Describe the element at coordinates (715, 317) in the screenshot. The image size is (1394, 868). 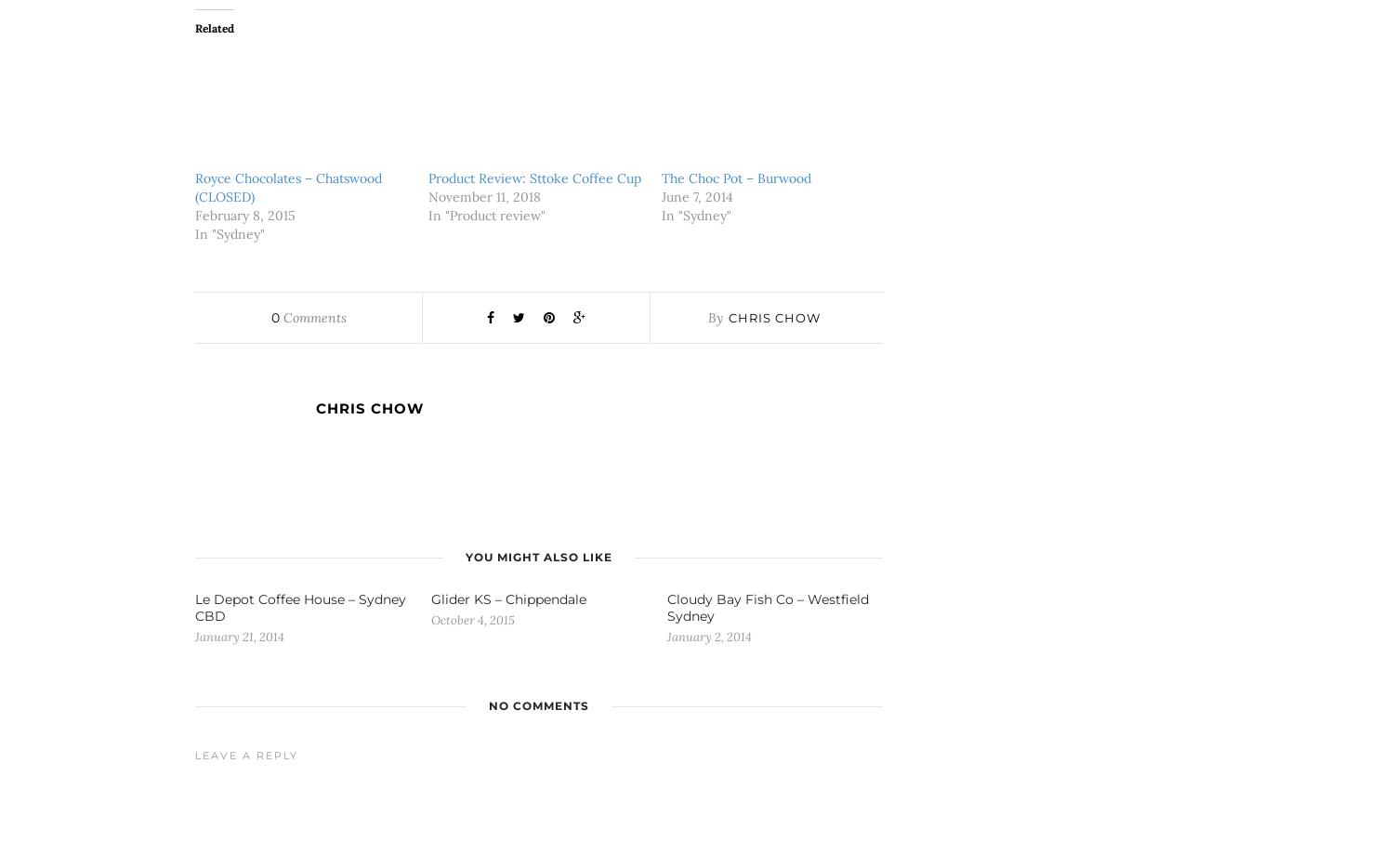
I see `'By'` at that location.